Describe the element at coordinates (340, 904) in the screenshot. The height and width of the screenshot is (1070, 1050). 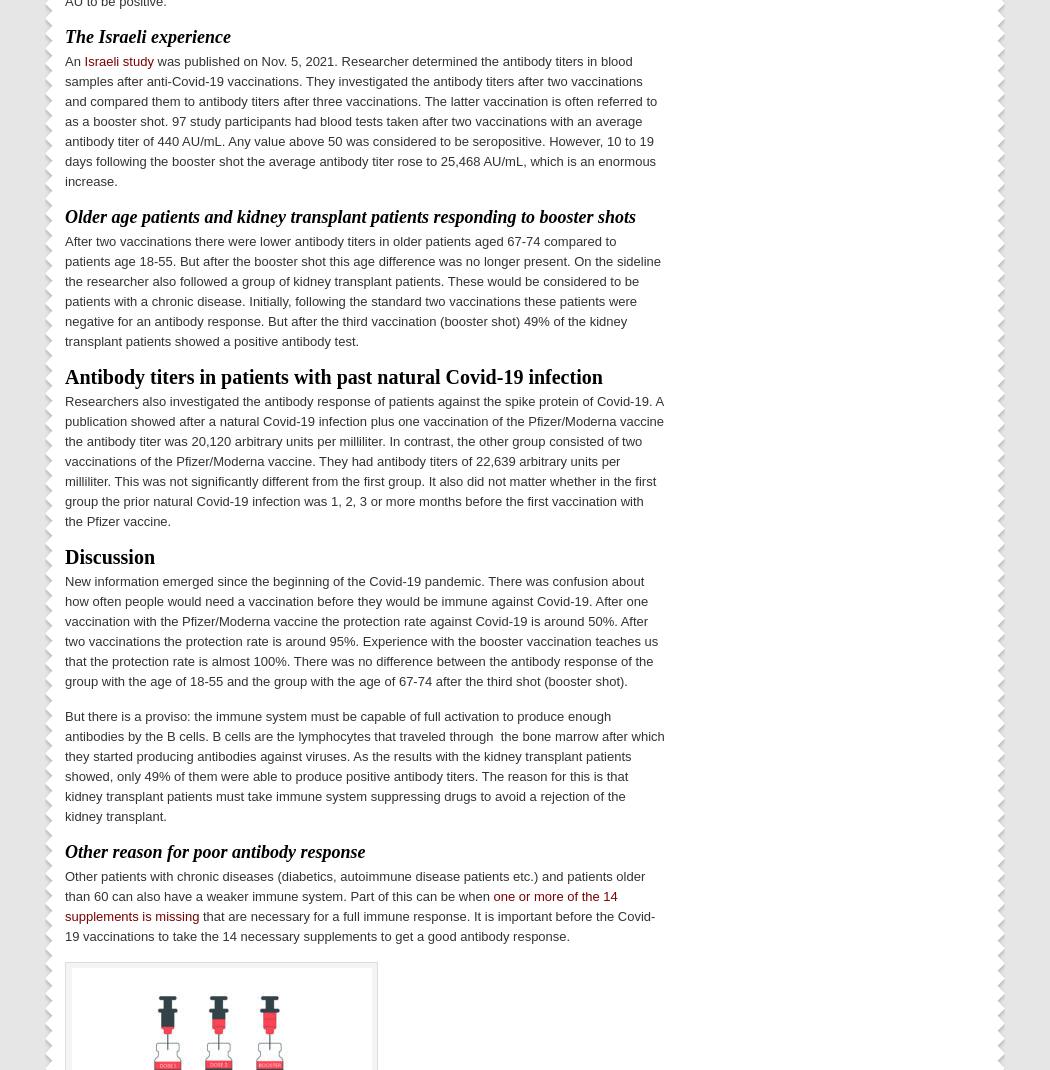
I see `'one or more of the 14 supplements is missing'` at that location.